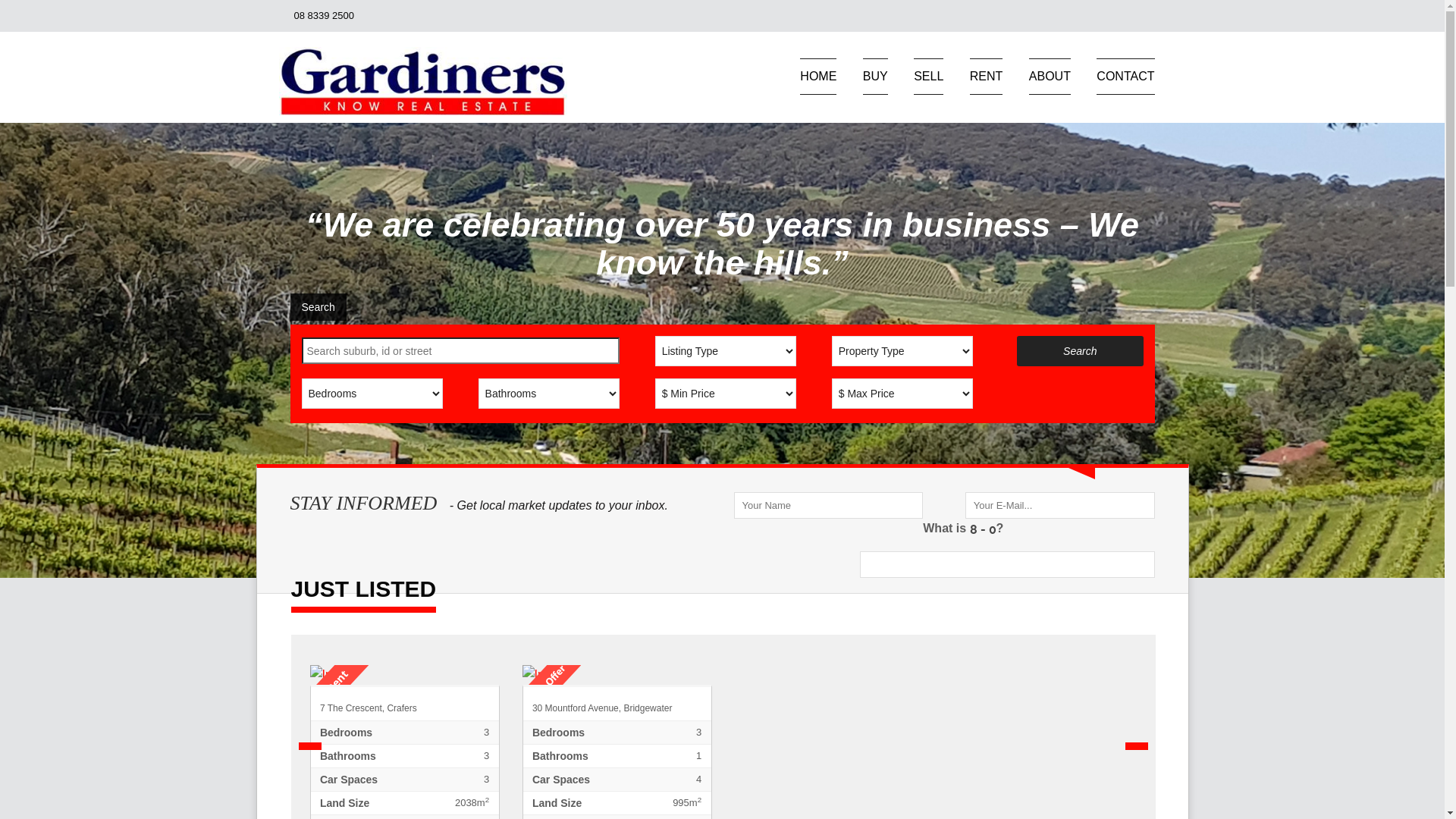  Describe the element at coordinates (968, 76) in the screenshot. I see `'RENT'` at that location.